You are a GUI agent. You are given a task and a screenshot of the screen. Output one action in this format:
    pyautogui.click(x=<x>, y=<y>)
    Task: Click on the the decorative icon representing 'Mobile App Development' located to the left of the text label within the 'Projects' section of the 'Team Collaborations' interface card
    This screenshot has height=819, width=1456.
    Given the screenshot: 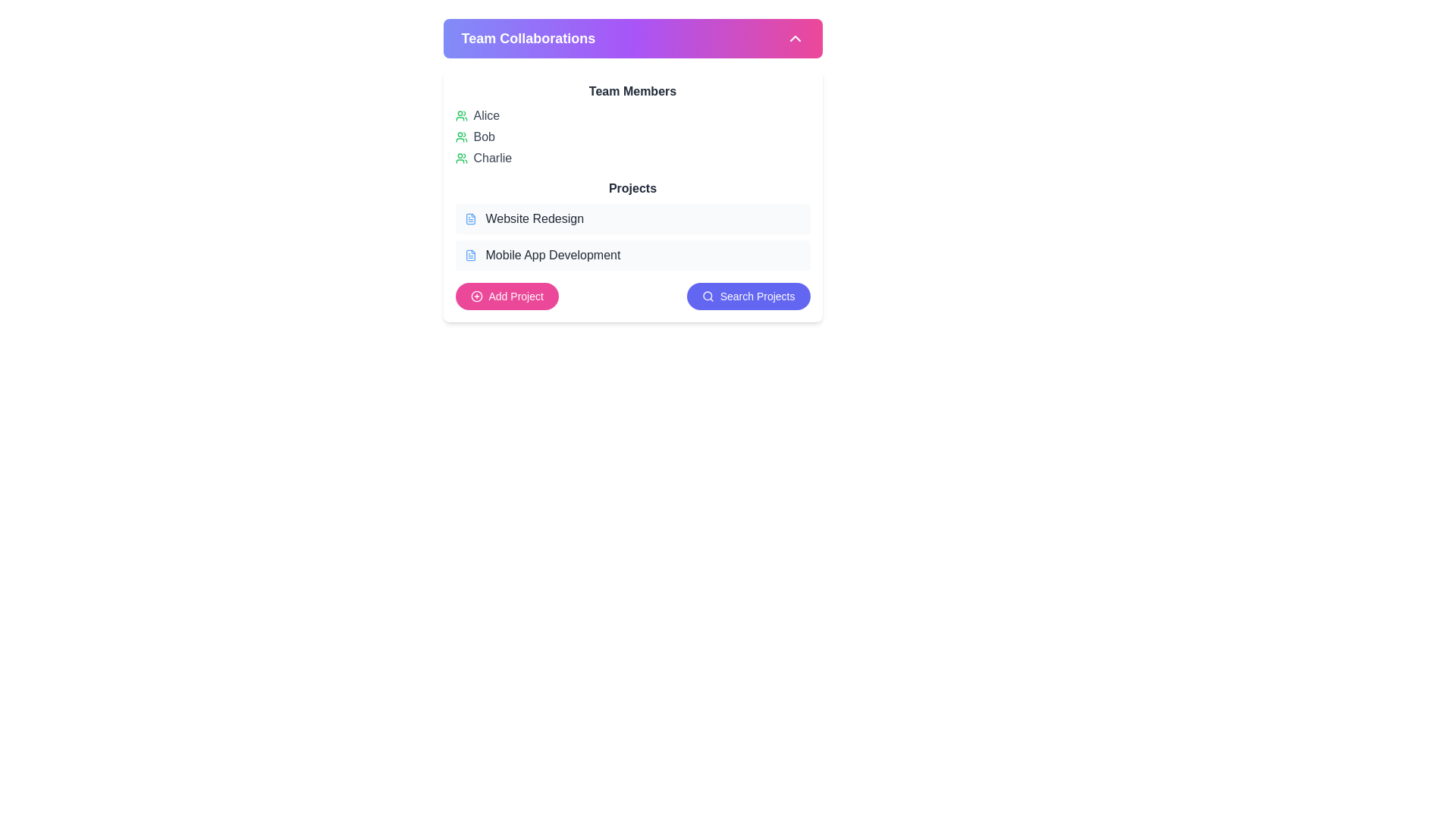 What is the action you would take?
    pyautogui.click(x=469, y=254)
    